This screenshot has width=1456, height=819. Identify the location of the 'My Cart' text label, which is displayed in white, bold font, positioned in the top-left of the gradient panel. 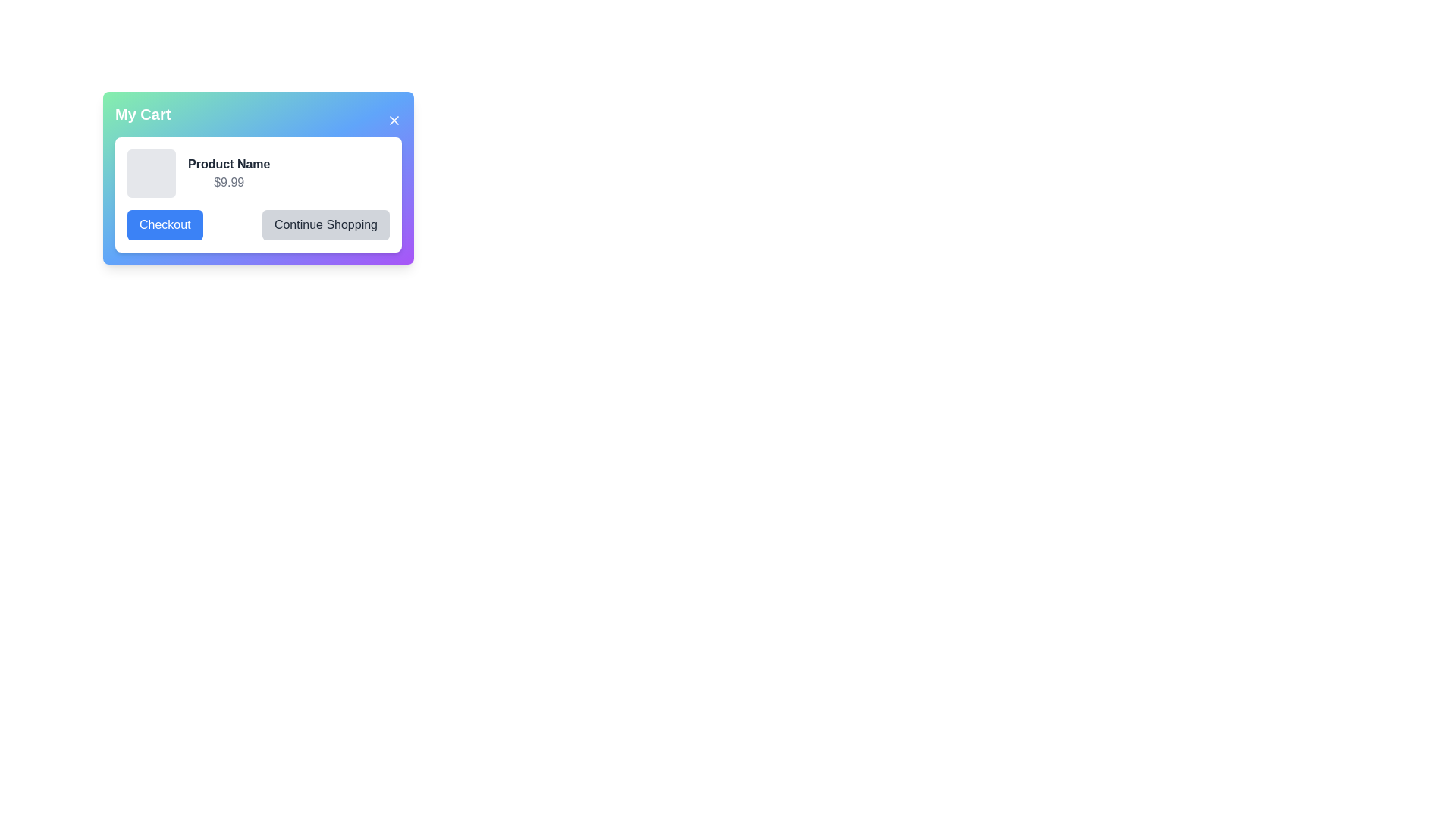
(143, 113).